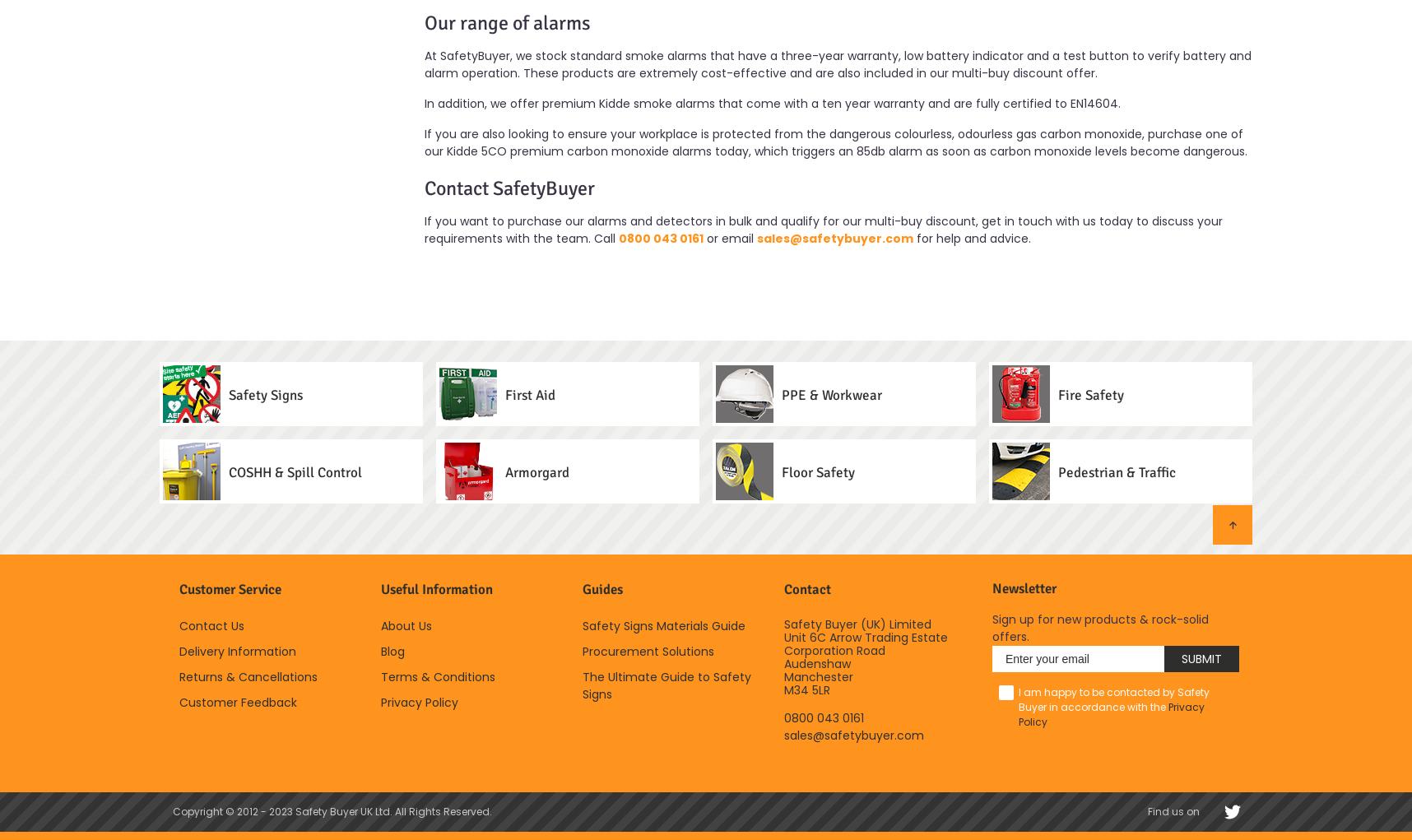  I want to click on 'Blog', so click(392, 649).